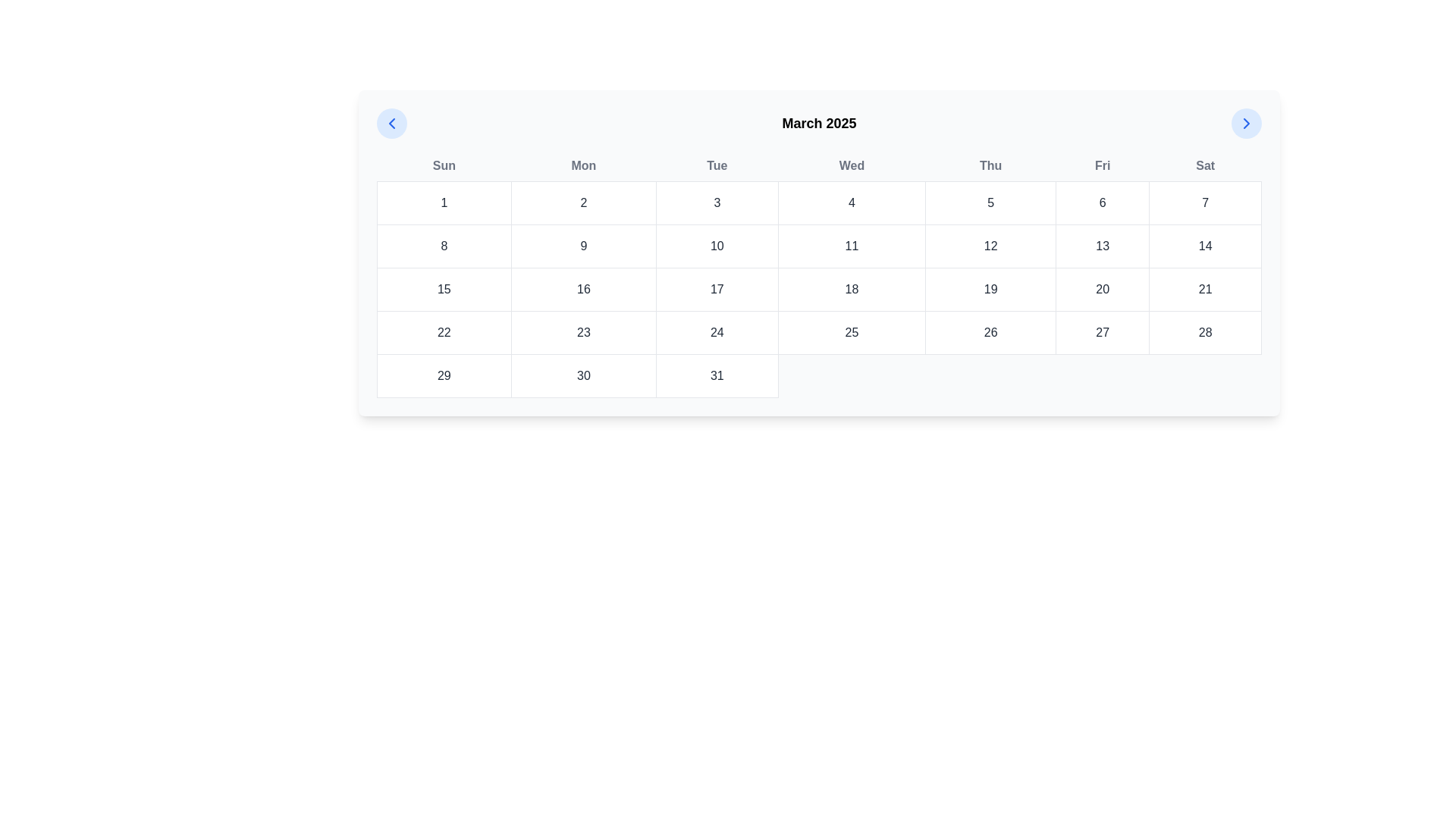 The image size is (1456, 819). I want to click on the calendar cell representing day 30, which is located in the bottom row of the calendar grid between the cells for days 29 and 31, so click(582, 375).